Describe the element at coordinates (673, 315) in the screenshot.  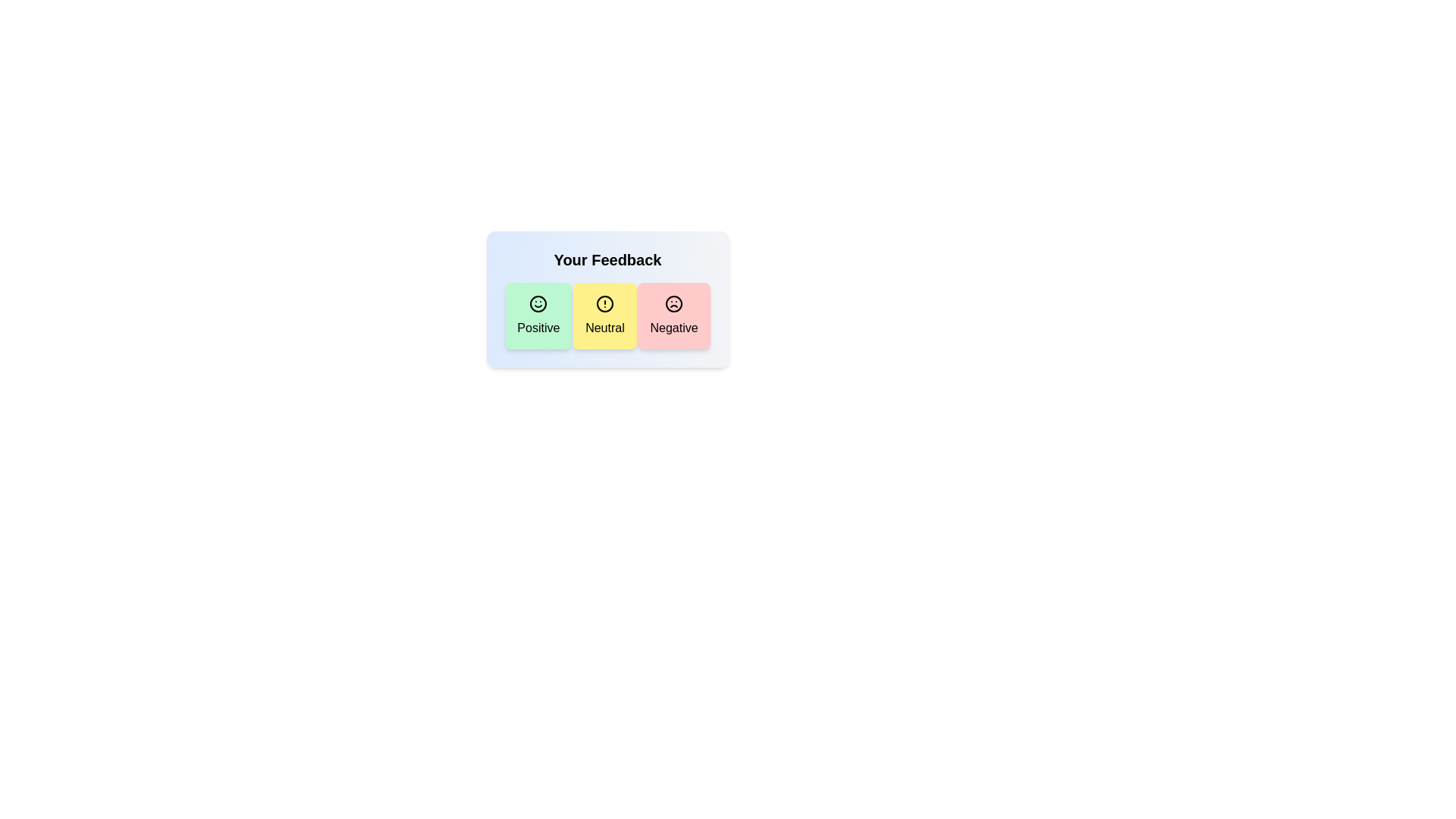
I see `the pink button labeled 'Negative' with a frowning face icon` at that location.